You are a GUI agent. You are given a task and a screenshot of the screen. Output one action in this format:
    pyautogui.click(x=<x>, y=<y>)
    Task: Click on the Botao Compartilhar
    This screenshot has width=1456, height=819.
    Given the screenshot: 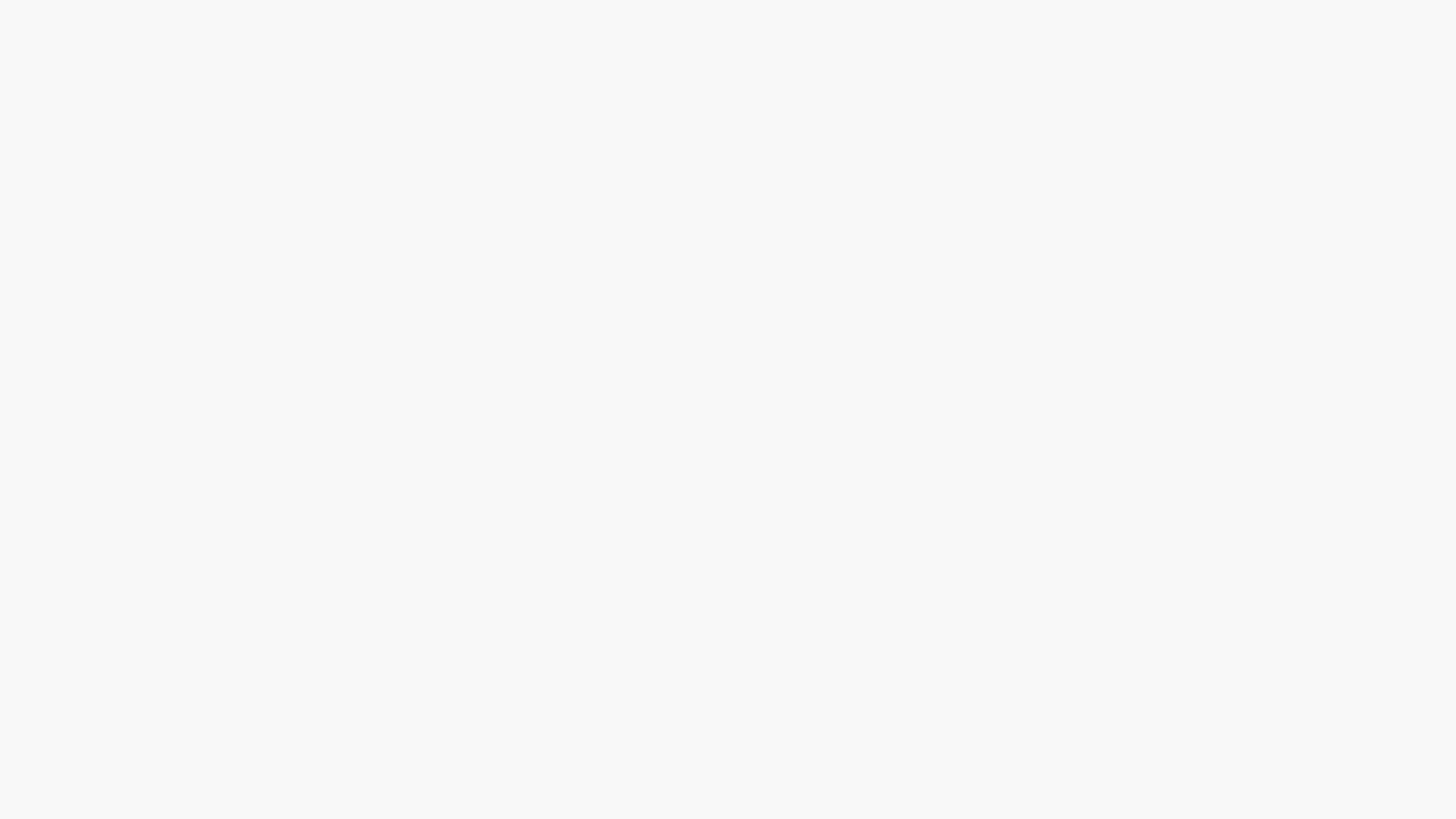 What is the action you would take?
    pyautogui.click(x=701, y=429)
    